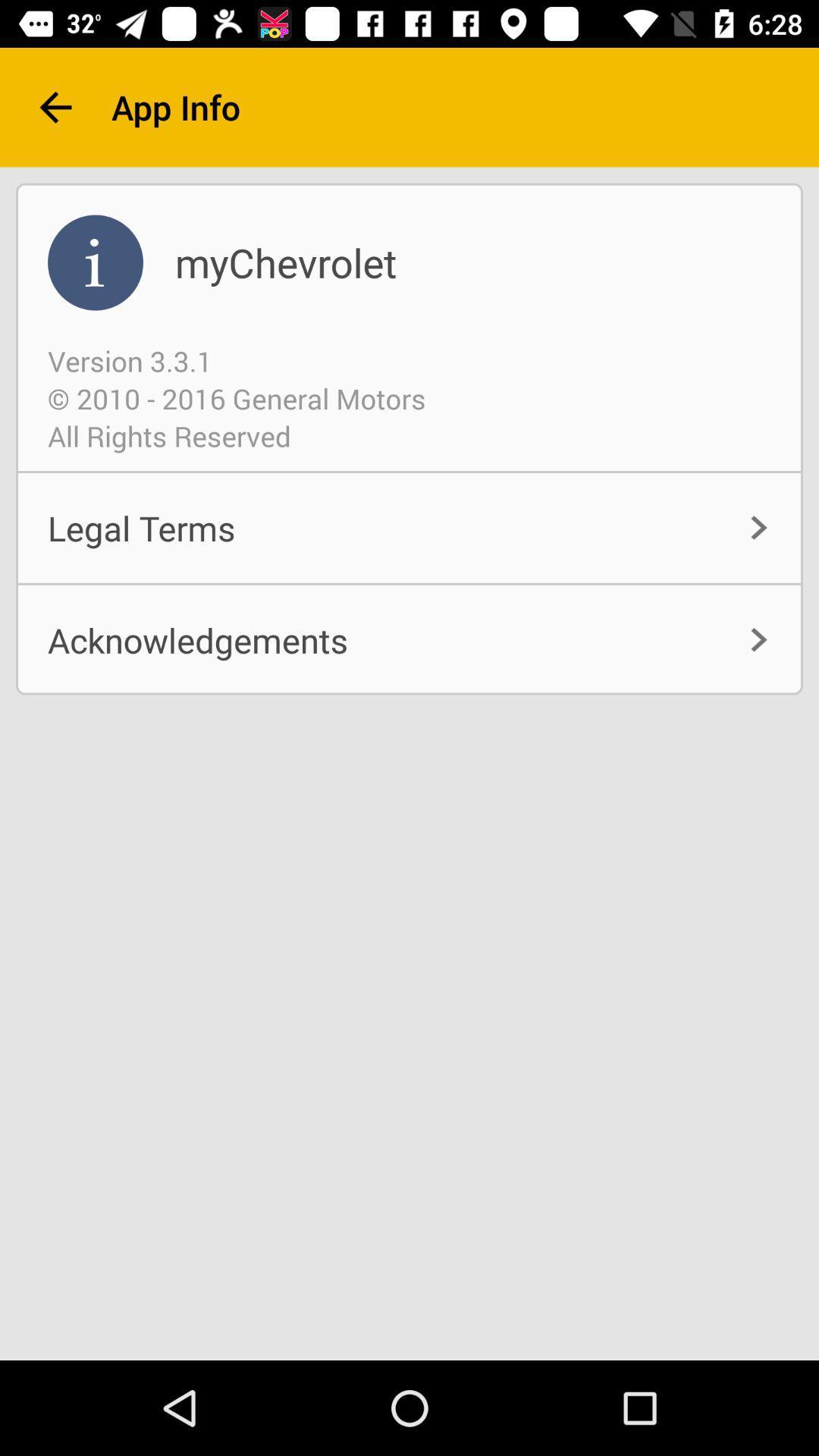  I want to click on the arrow_backward icon, so click(55, 106).